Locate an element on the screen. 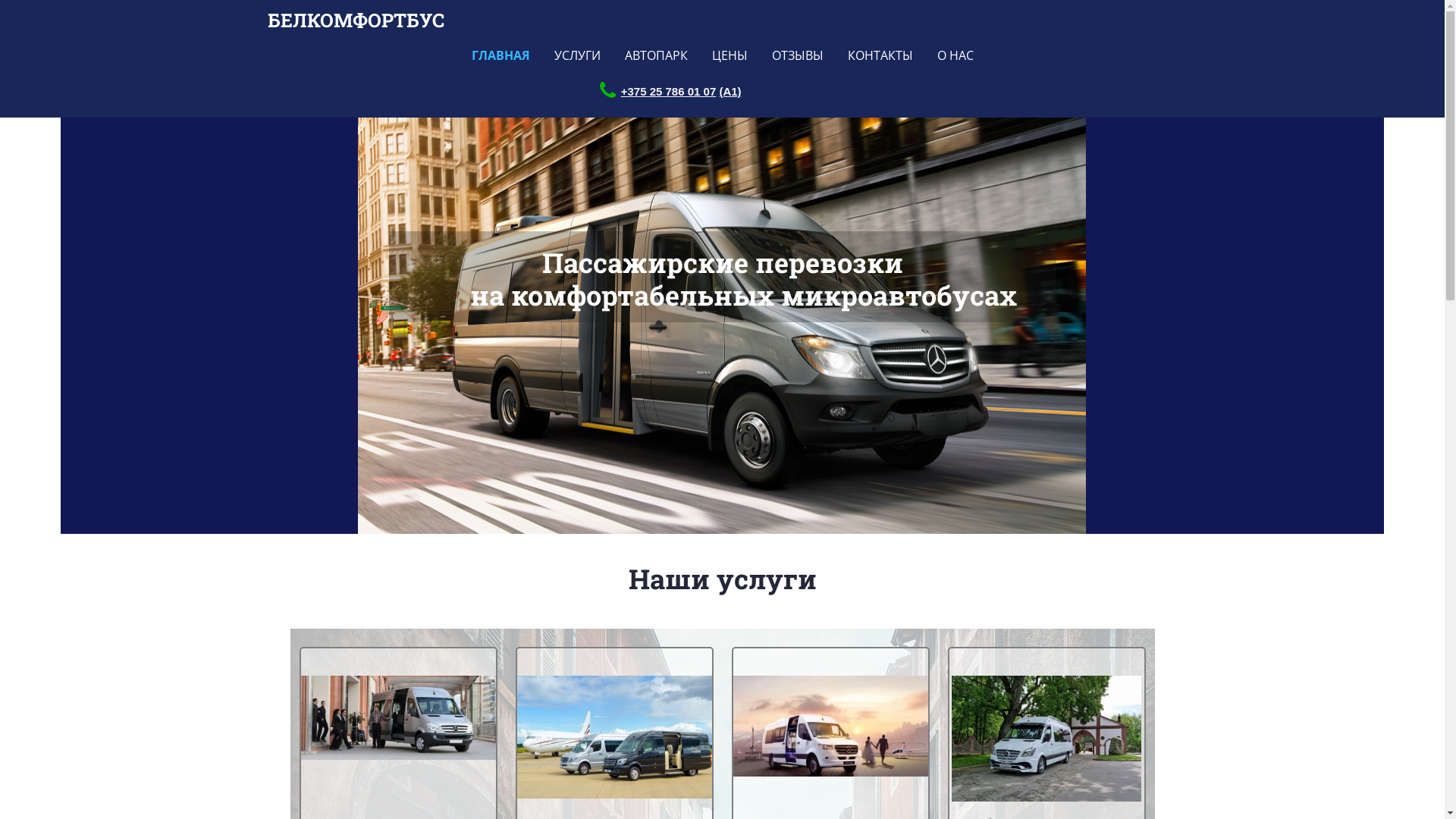 The height and width of the screenshot is (819, 1456). '+375 25 786 01 07' is located at coordinates (621, 91).